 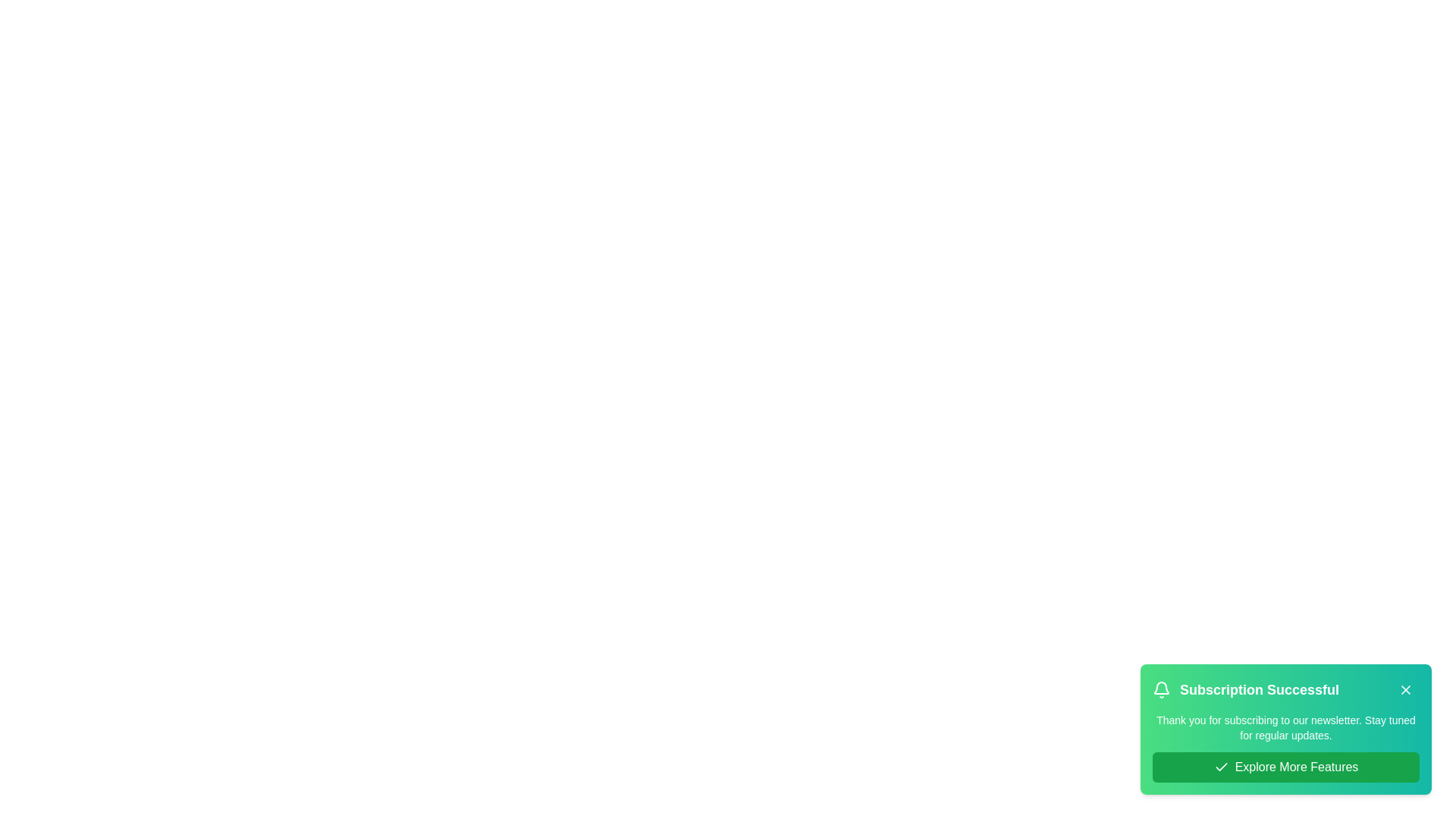 I want to click on the 'X' button to dismiss the notification, so click(x=1404, y=690).